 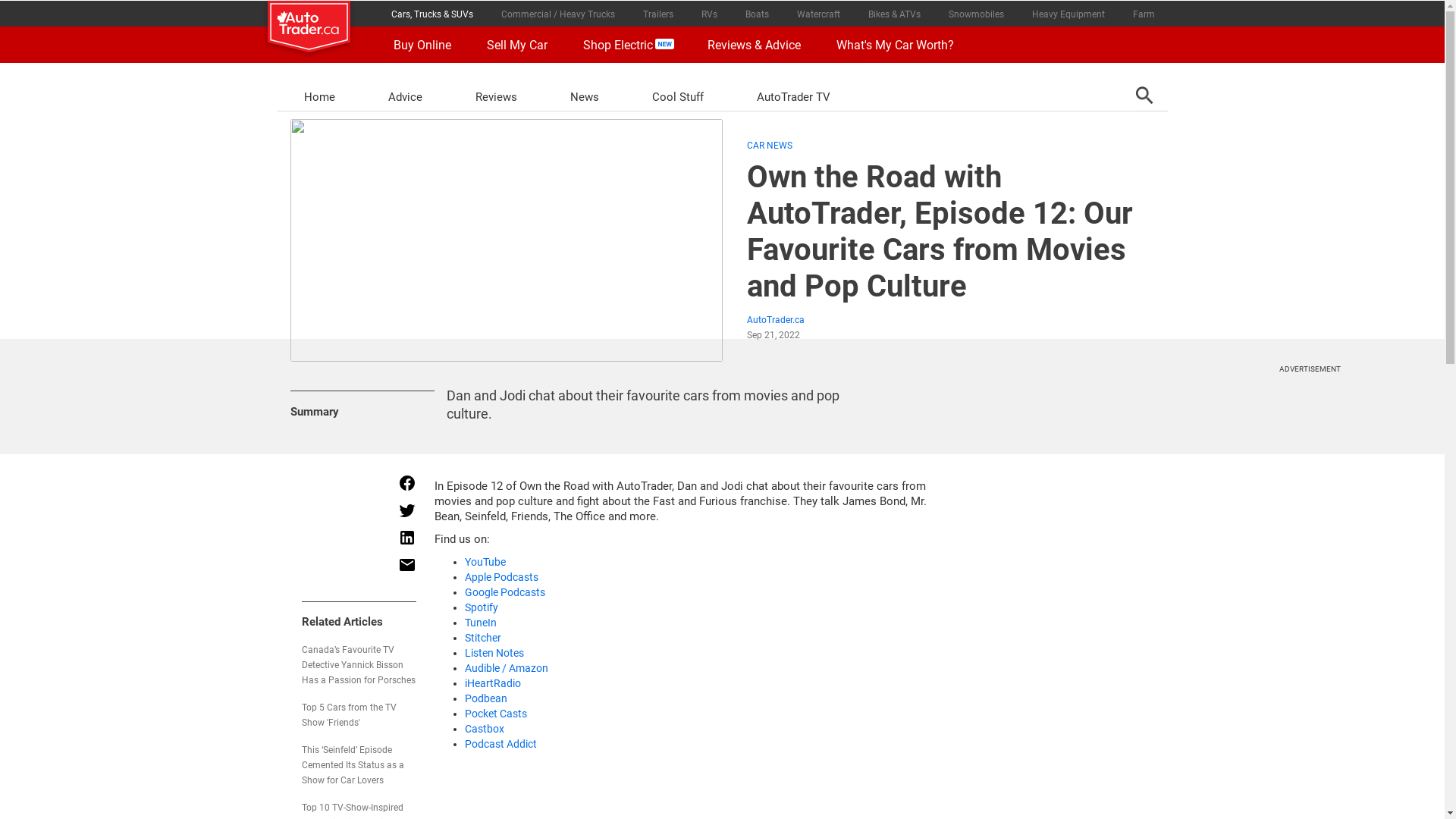 I want to click on 'Home', so click(x=318, y=96).